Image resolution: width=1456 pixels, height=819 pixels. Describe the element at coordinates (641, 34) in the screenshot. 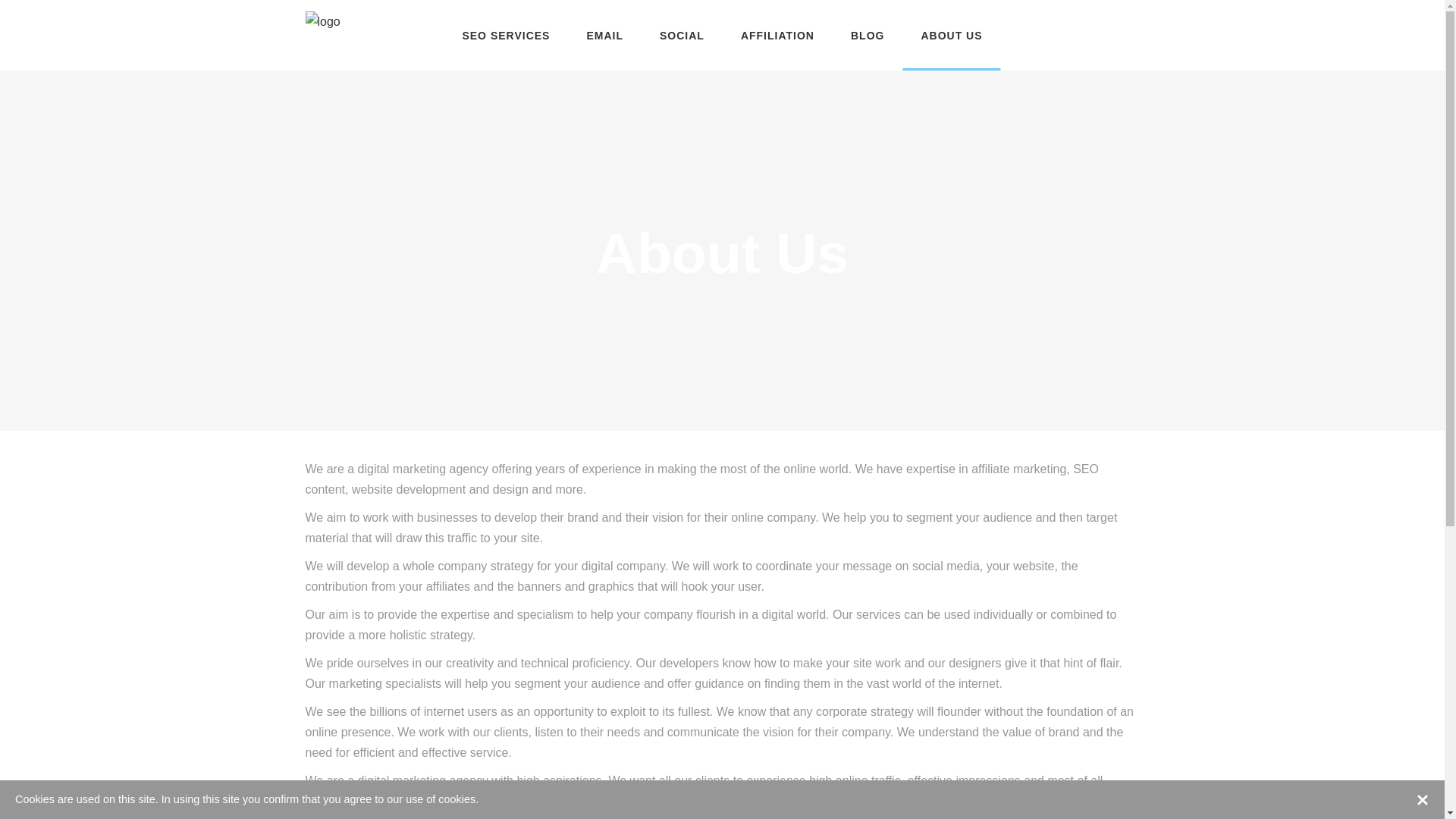

I see `'SOCIAL'` at that location.